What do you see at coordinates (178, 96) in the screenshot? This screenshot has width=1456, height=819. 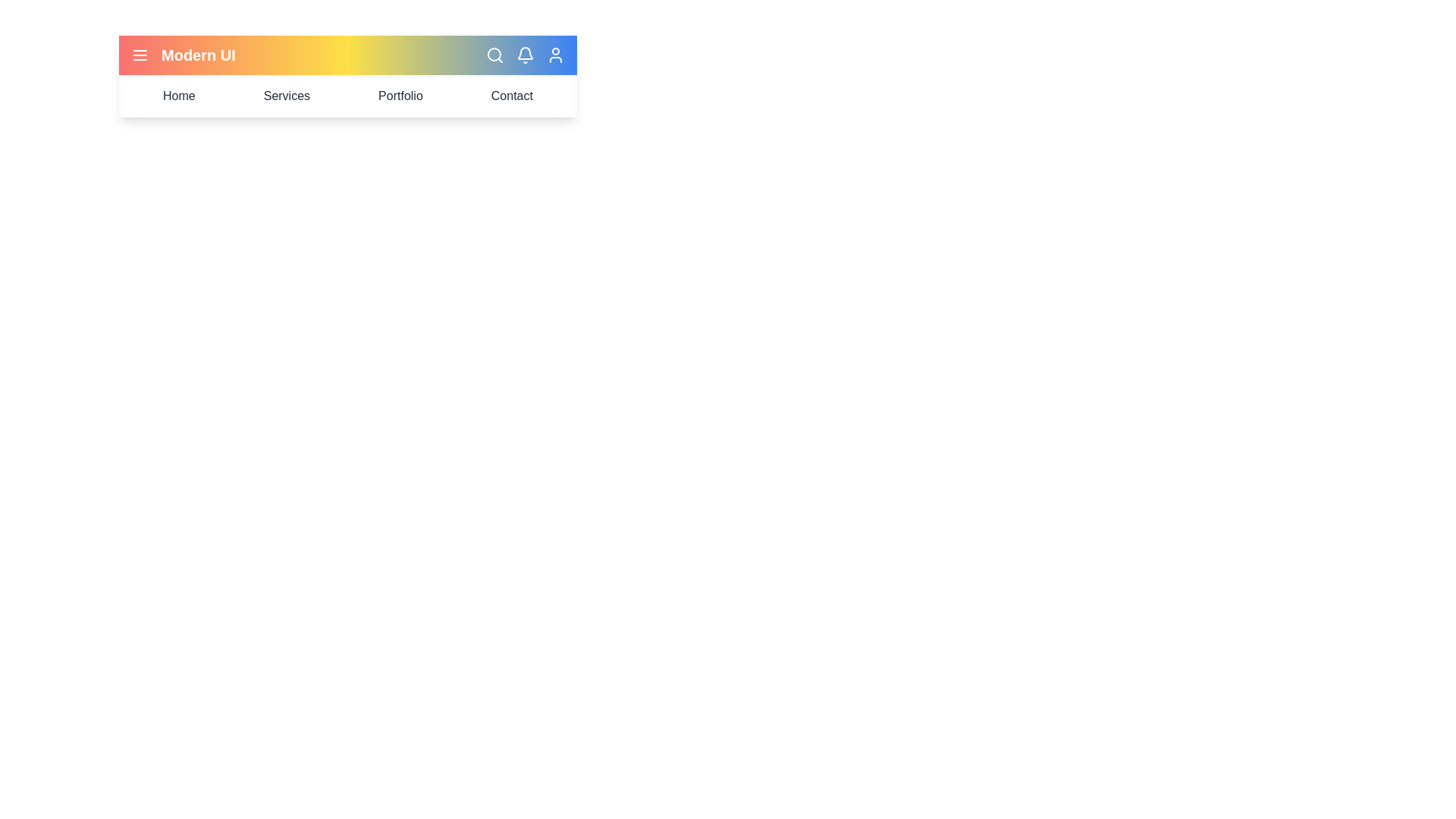 I see `the 'Home' menu item located at the top navigation bar` at bounding box center [178, 96].